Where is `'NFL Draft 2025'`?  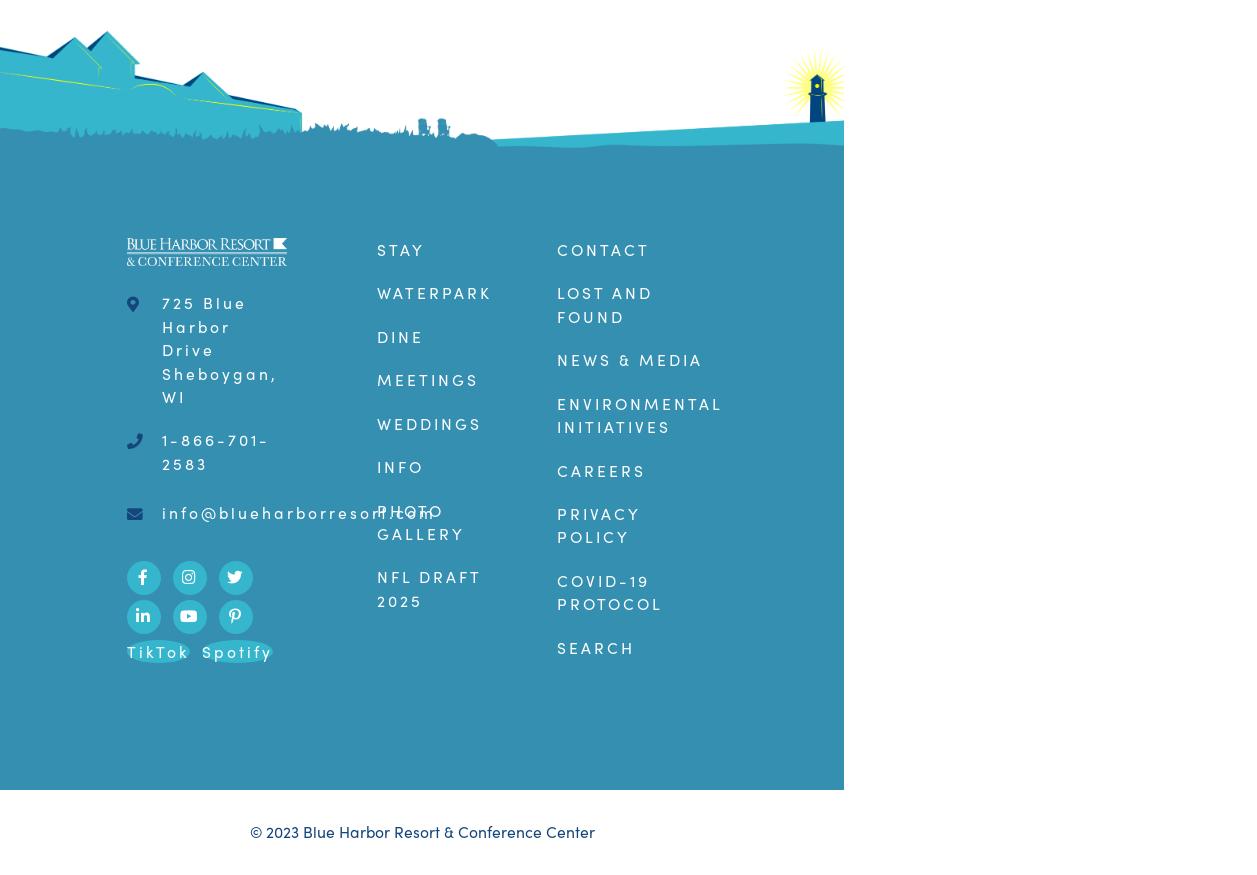
'NFL Draft 2025' is located at coordinates (428, 588).